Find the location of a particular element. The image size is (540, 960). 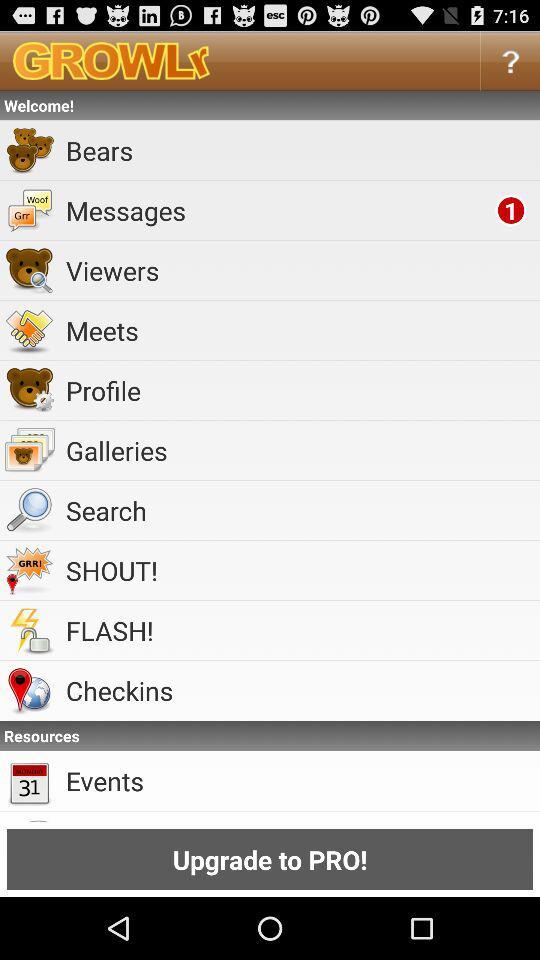

messages is located at coordinates (276, 210).